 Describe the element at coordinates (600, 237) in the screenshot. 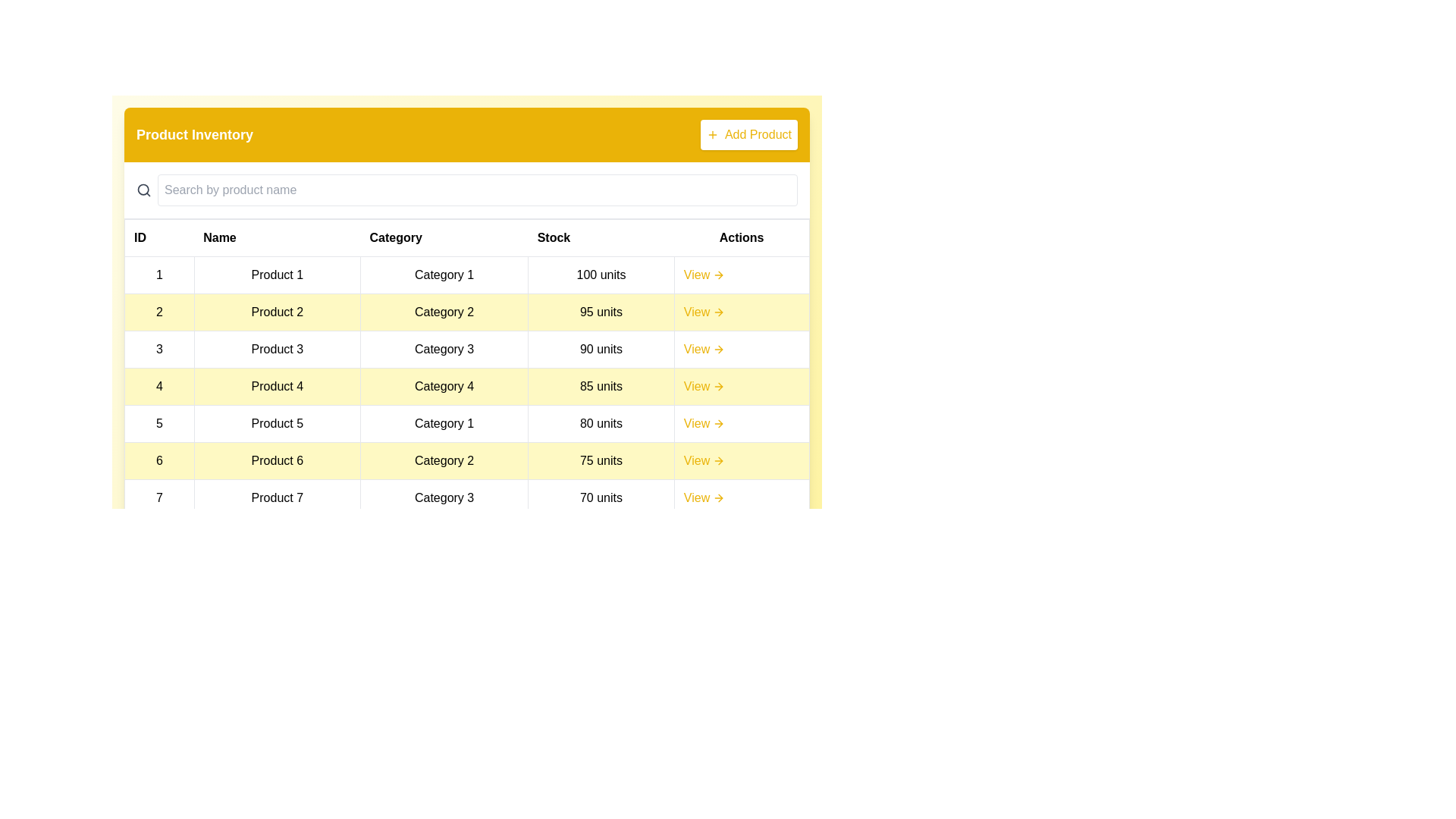

I see `the table header to sort by Stock` at that location.